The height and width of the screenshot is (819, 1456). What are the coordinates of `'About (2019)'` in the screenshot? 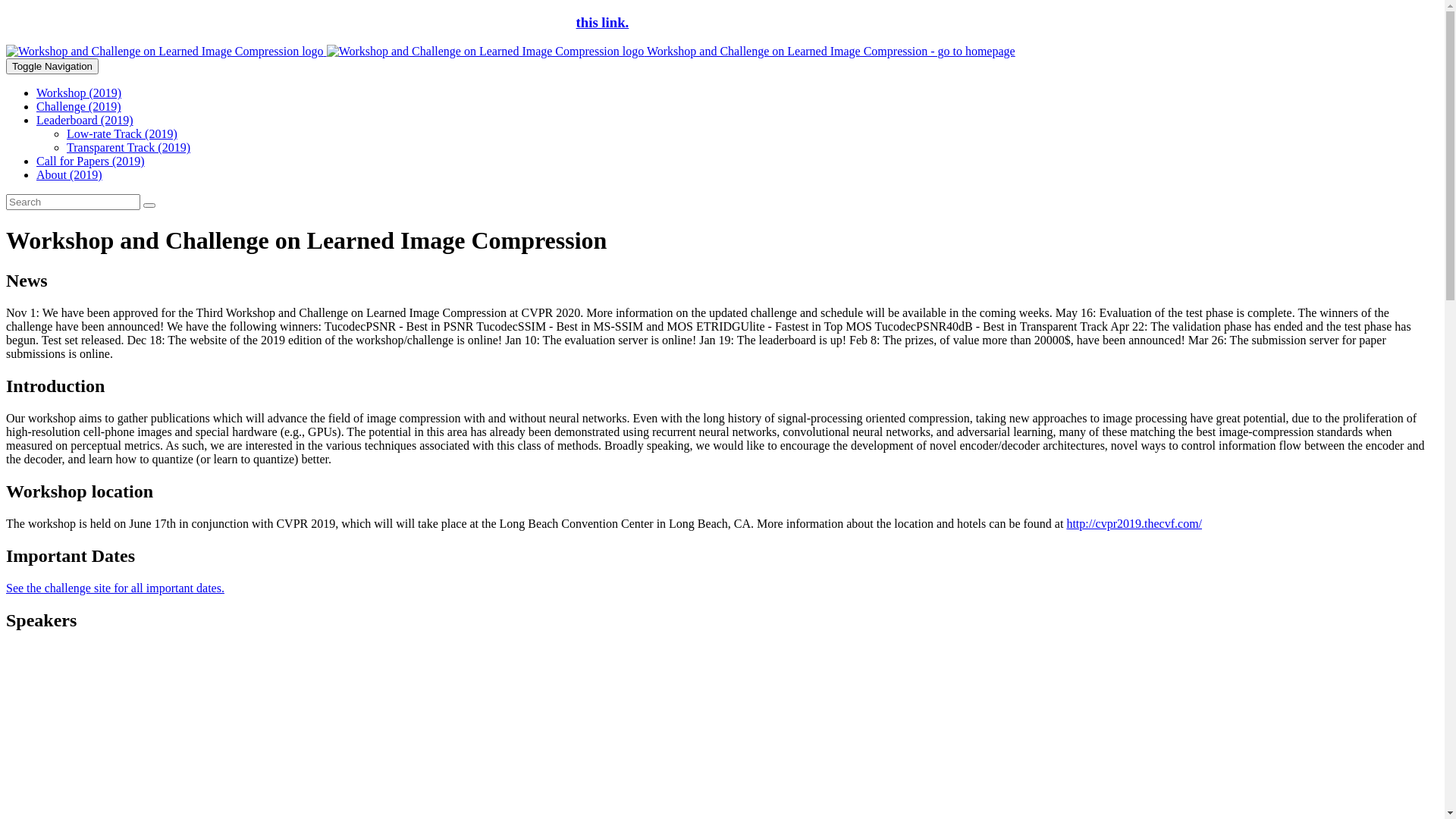 It's located at (68, 174).